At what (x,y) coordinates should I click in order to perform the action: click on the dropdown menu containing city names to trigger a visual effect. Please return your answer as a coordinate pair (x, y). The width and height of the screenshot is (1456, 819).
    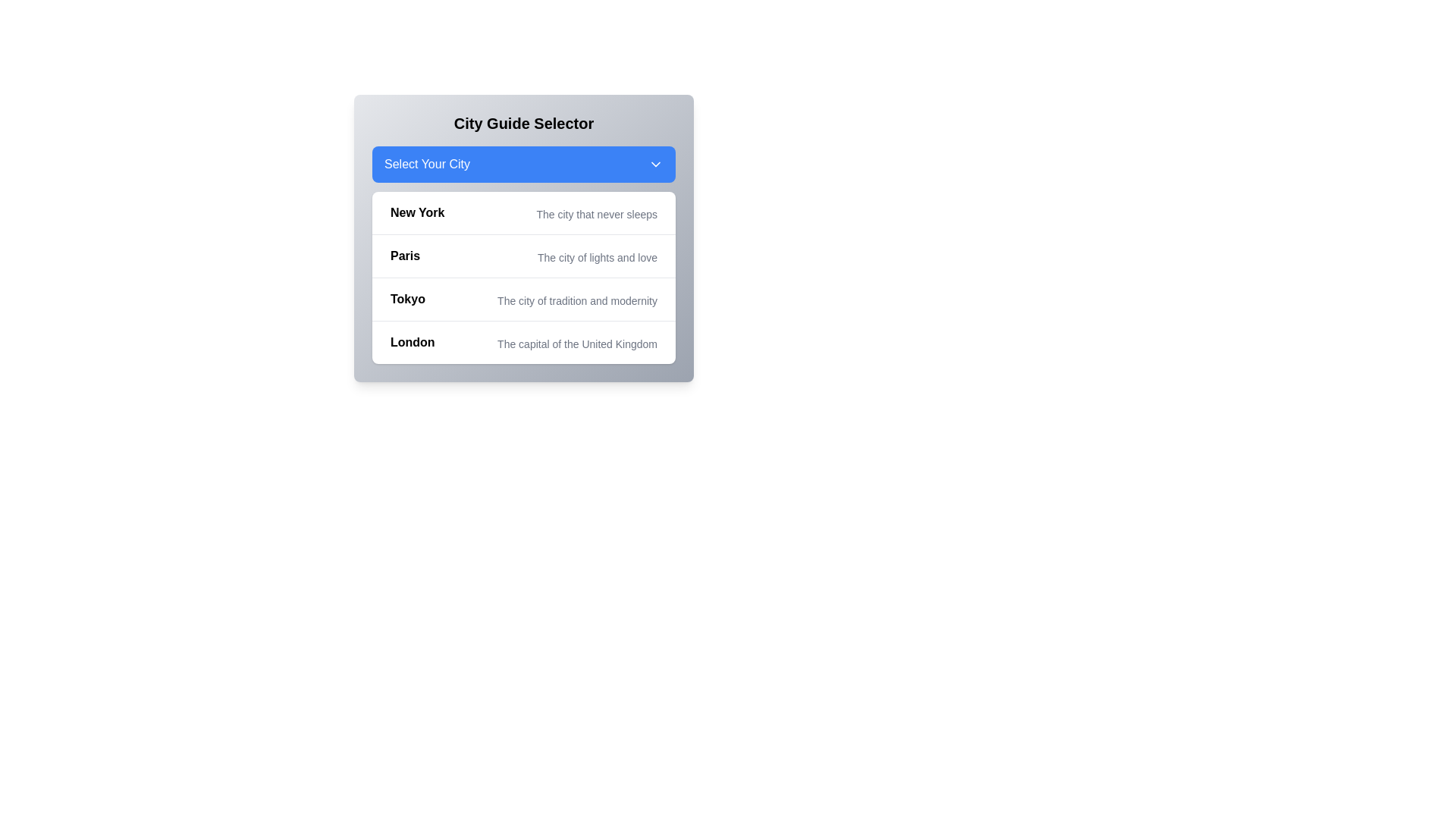
    Looking at the image, I should click on (524, 237).